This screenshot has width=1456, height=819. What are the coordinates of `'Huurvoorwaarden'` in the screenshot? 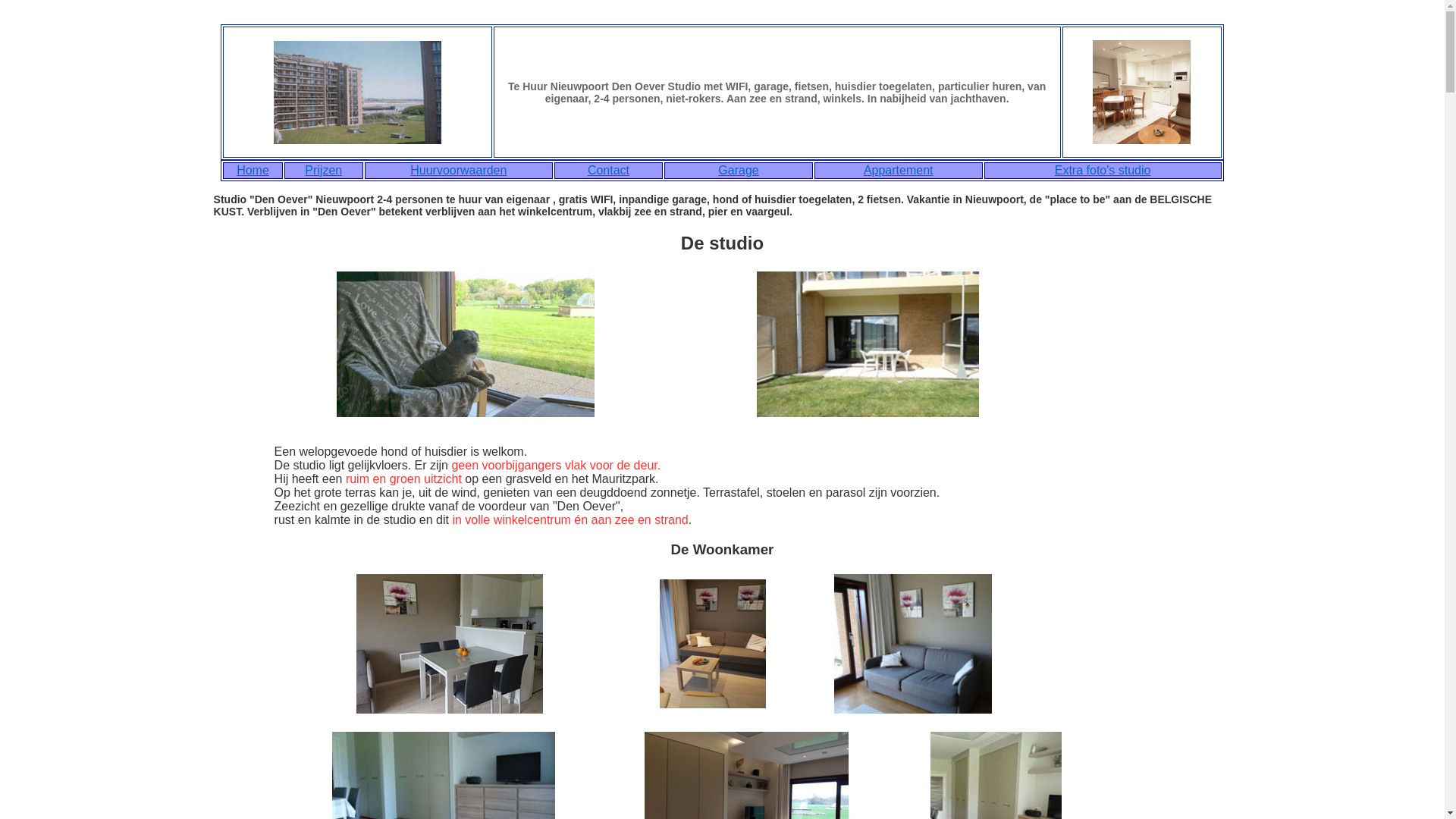 It's located at (457, 170).